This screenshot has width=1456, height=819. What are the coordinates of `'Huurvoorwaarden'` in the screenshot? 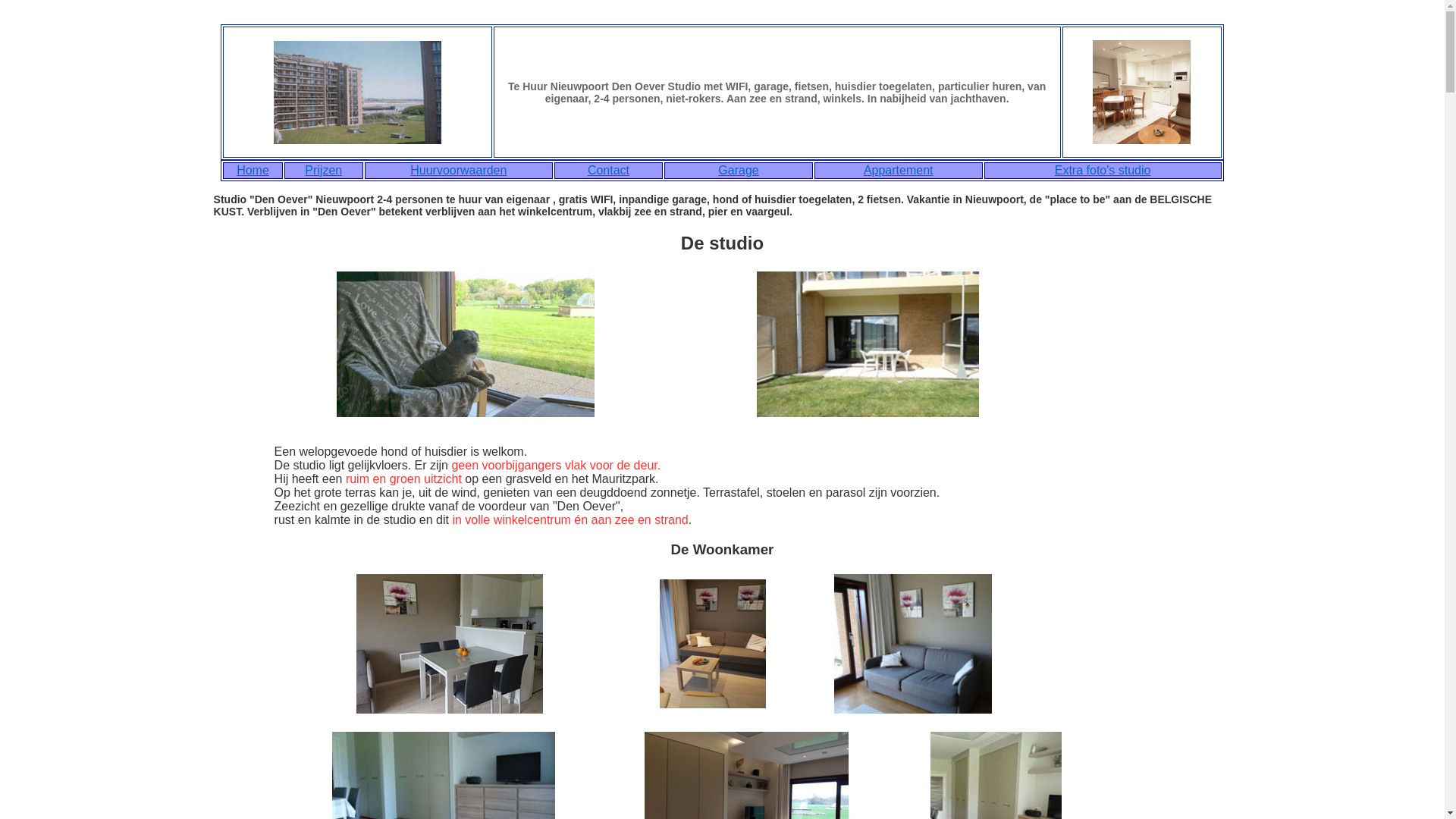 It's located at (457, 170).